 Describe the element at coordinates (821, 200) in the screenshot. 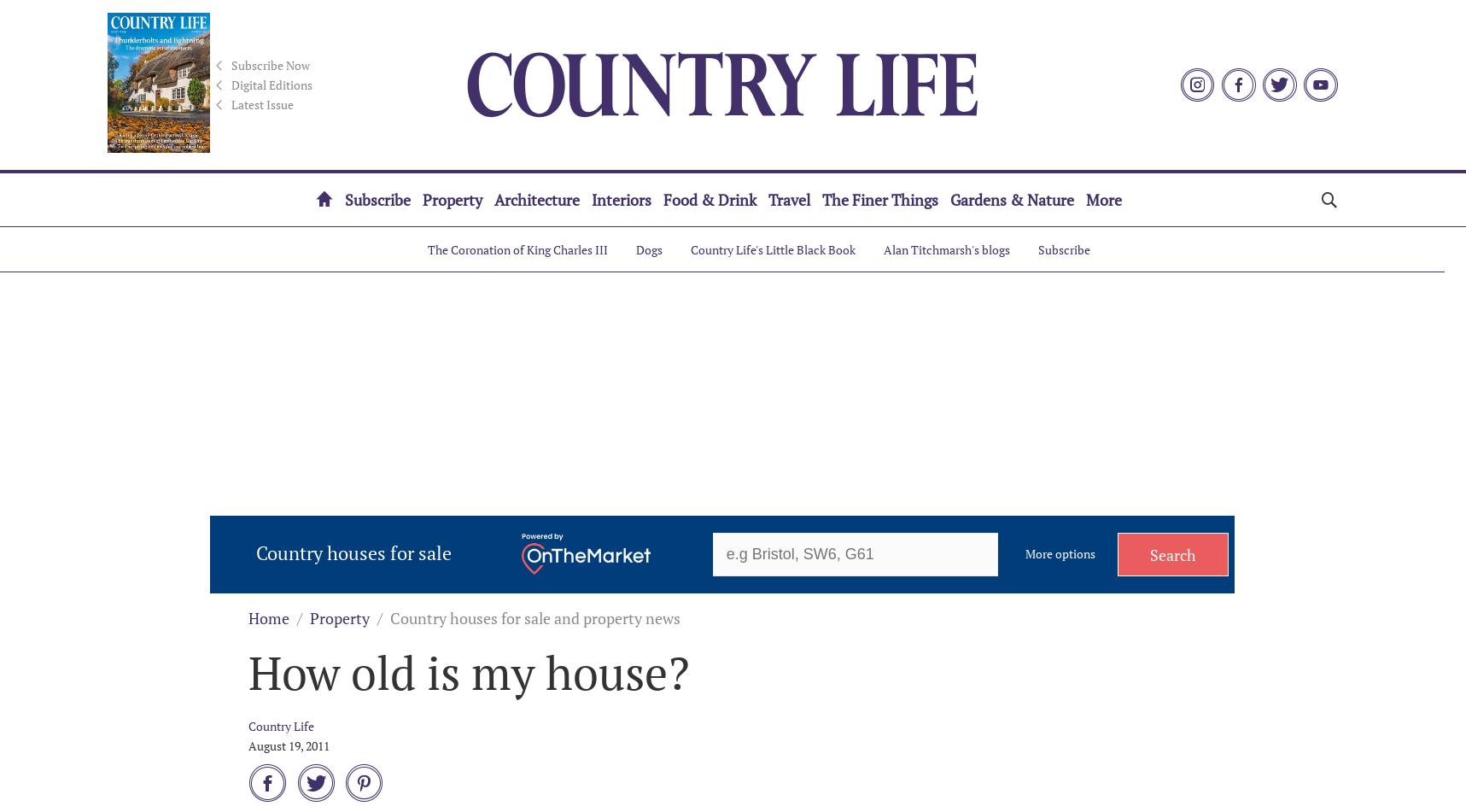

I see `'The Finer Things'` at that location.